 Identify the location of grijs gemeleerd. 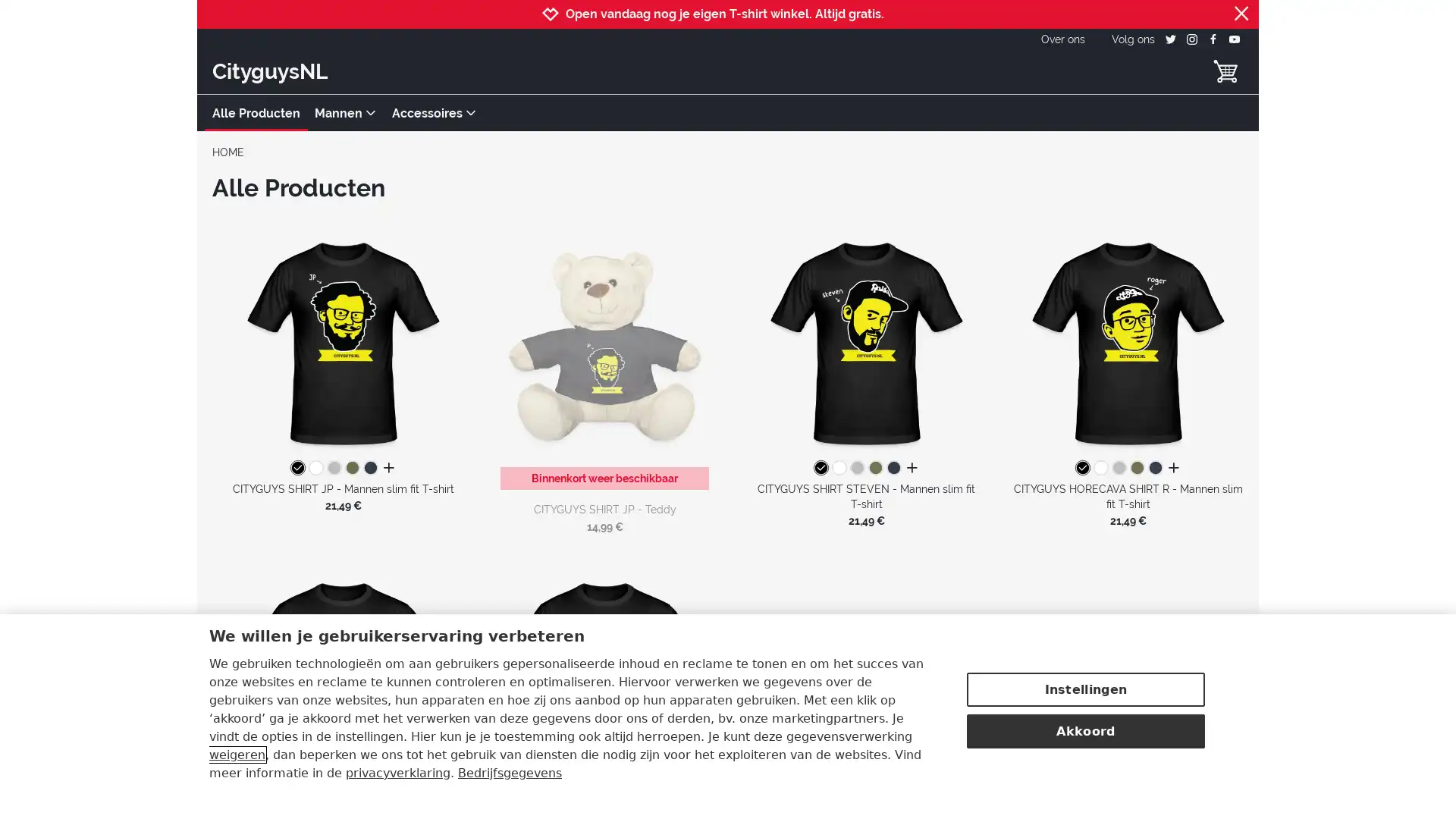
(1118, 468).